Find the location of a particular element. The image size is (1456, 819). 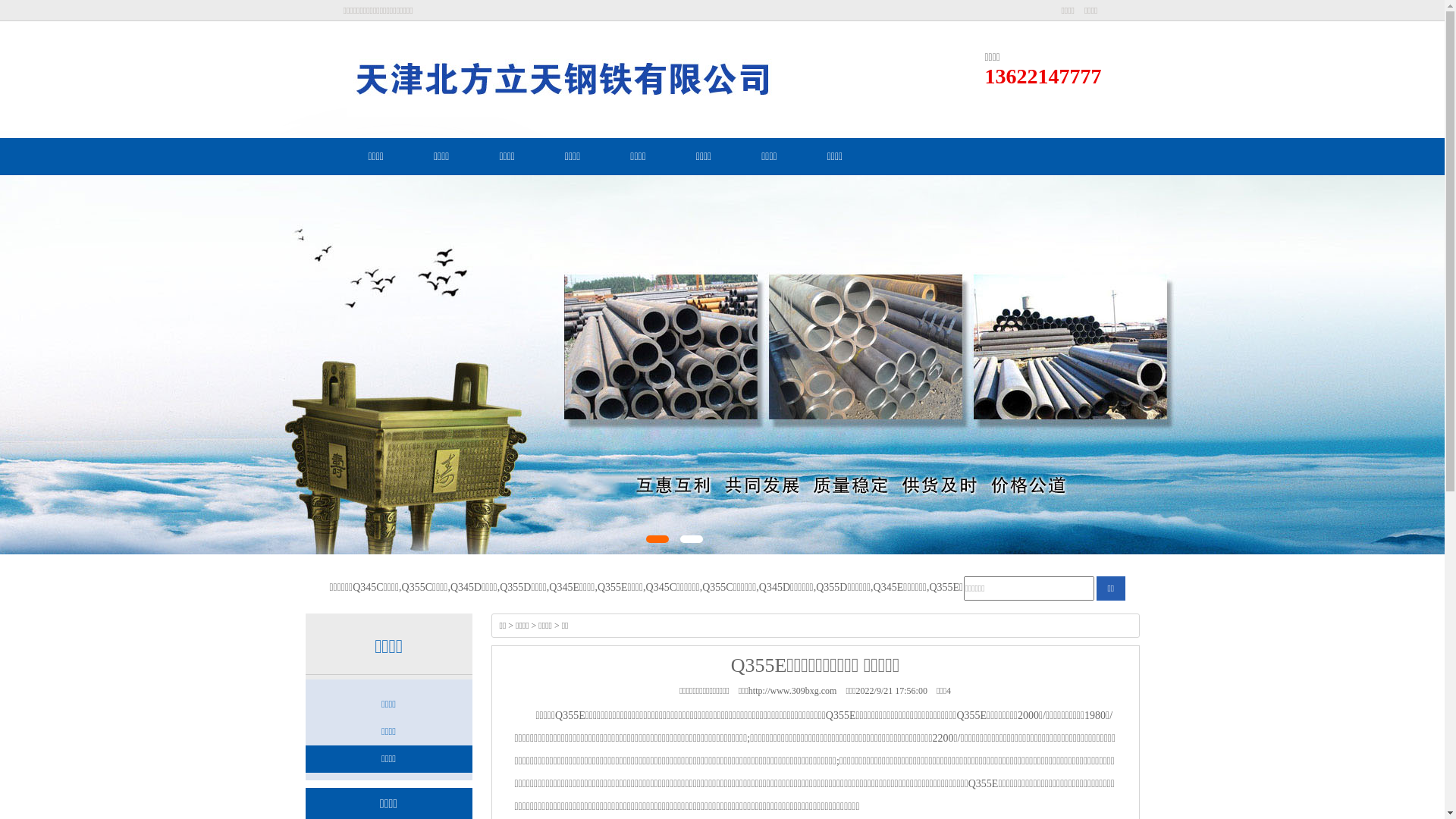

'2' is located at coordinates (691, 538).